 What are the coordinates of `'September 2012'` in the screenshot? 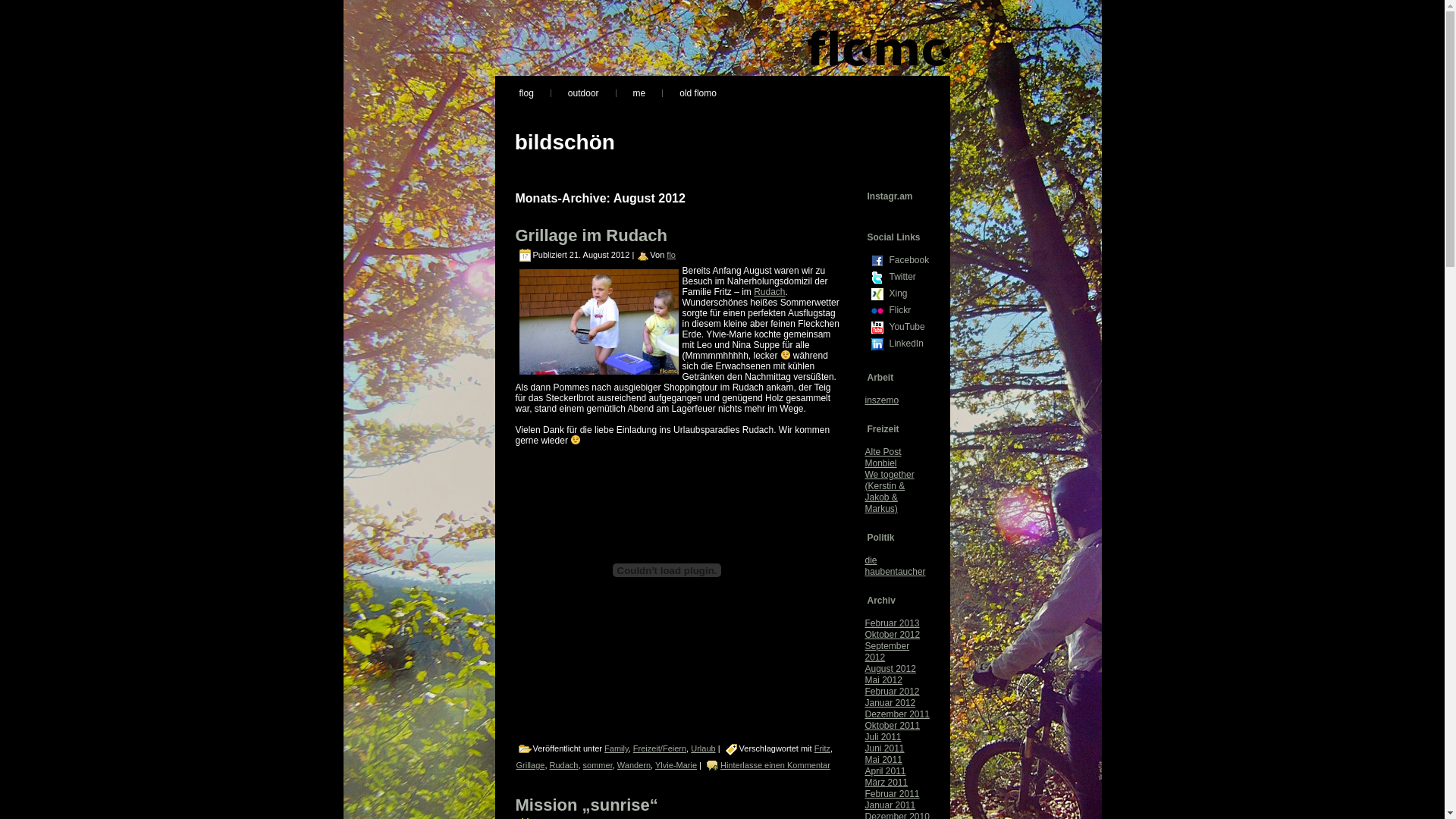 It's located at (886, 651).